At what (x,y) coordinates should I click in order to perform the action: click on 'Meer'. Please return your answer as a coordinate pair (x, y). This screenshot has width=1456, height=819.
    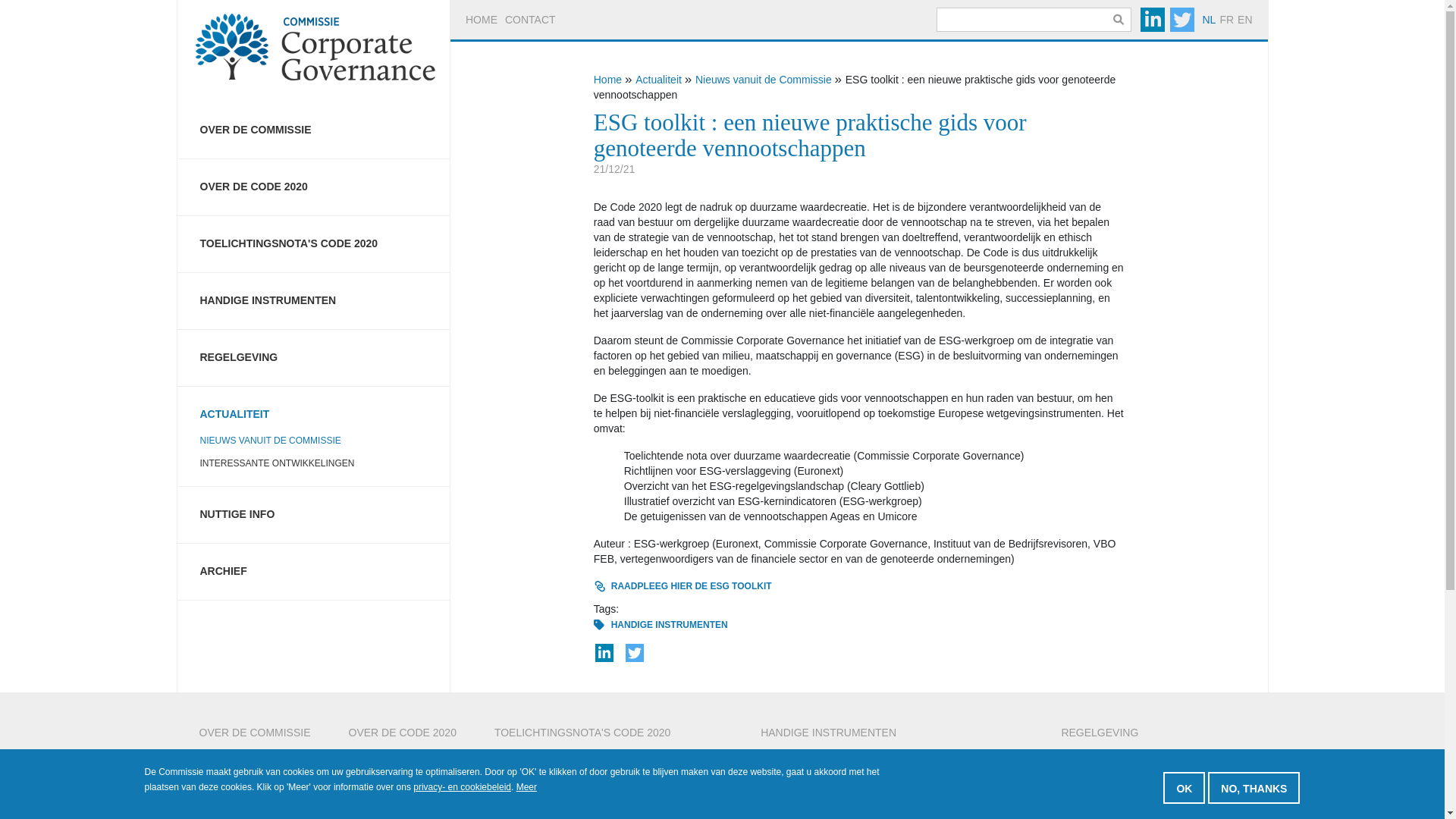
    Looking at the image, I should click on (516, 786).